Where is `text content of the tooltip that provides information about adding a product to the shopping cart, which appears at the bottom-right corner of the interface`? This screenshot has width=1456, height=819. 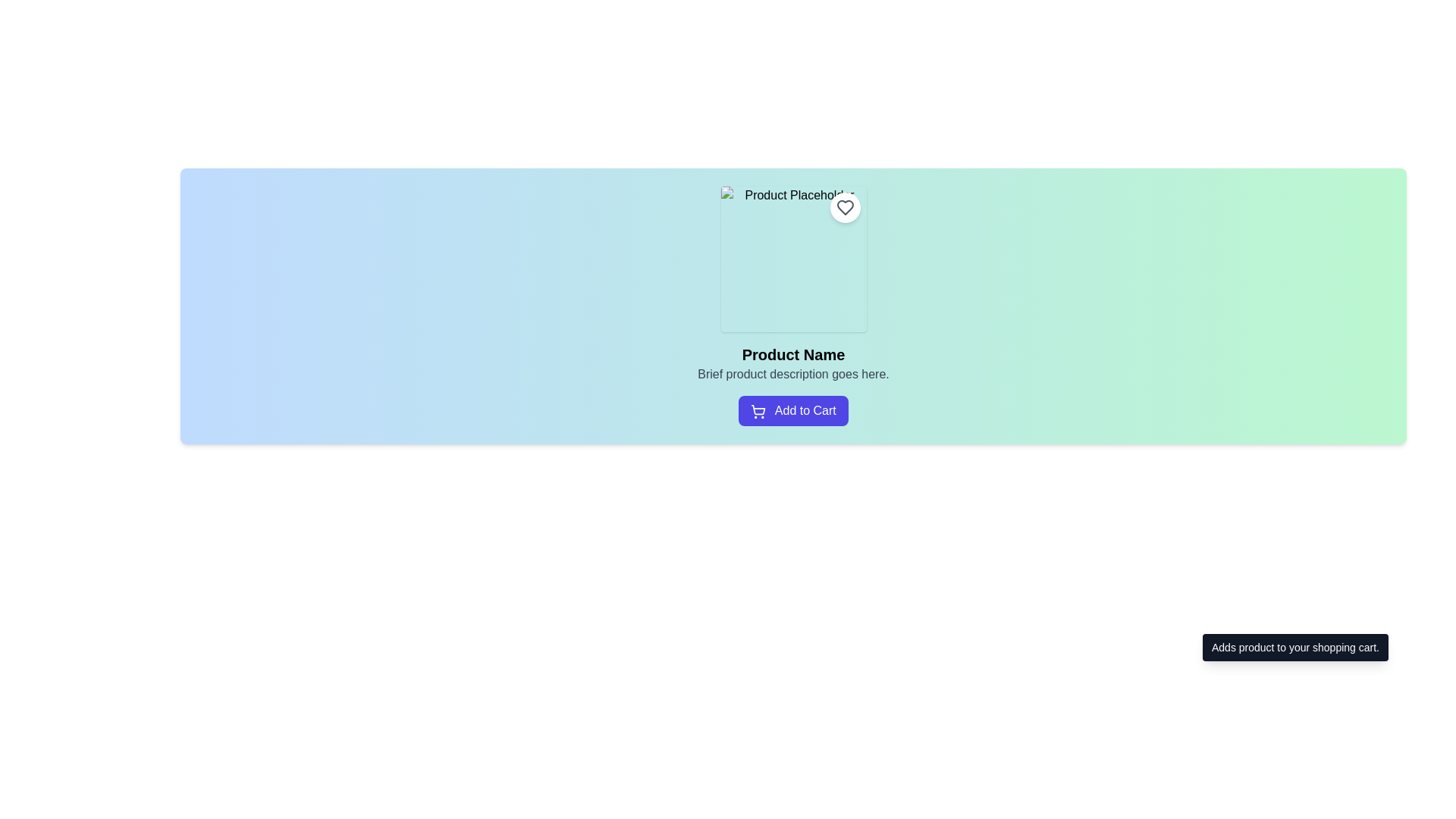
text content of the tooltip that provides information about adding a product to the shopping cart, which appears at the bottom-right corner of the interface is located at coordinates (1294, 647).